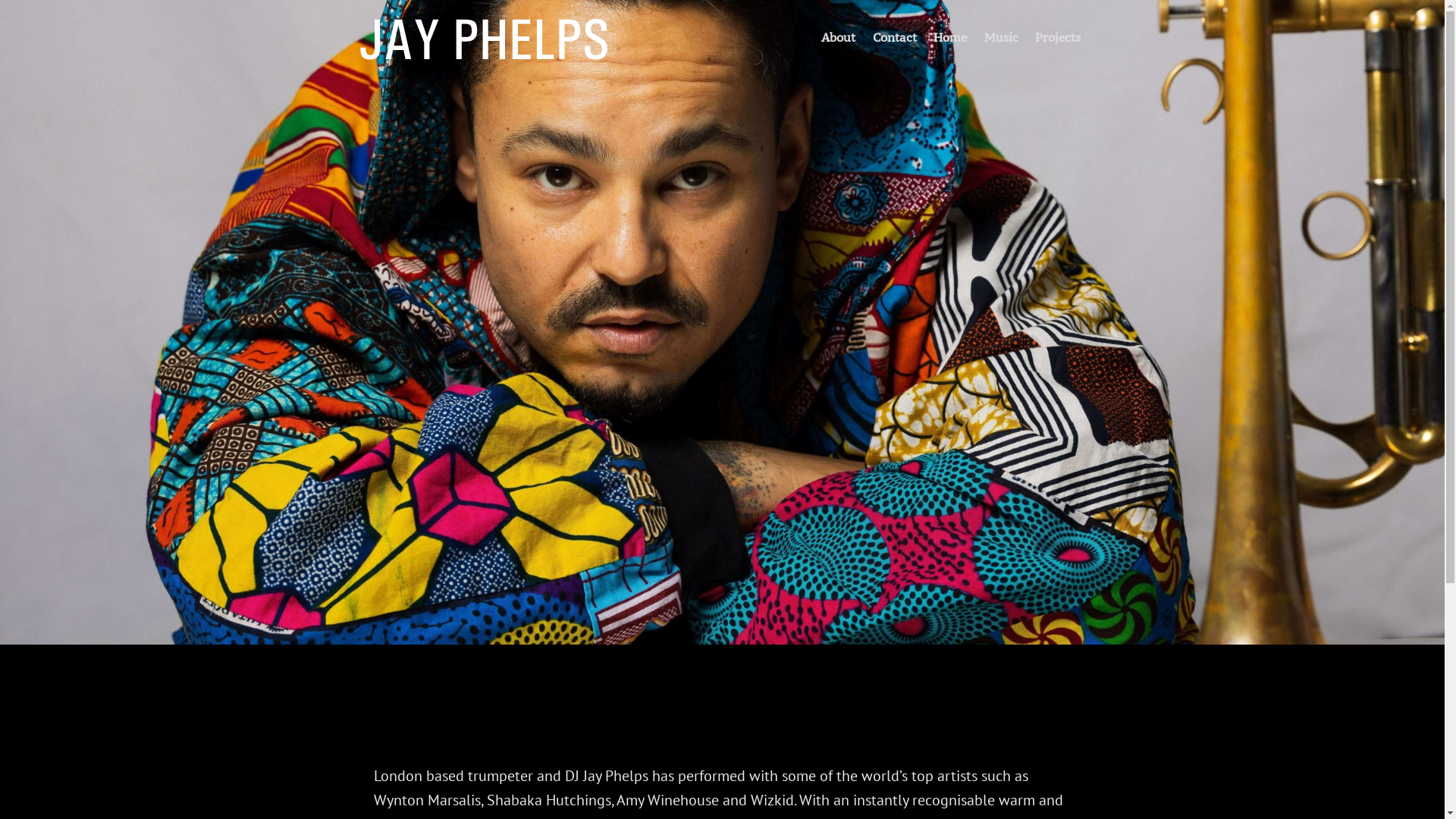 The height and width of the screenshot is (819, 1456). What do you see at coordinates (949, 35) in the screenshot?
I see `'Home'` at bounding box center [949, 35].